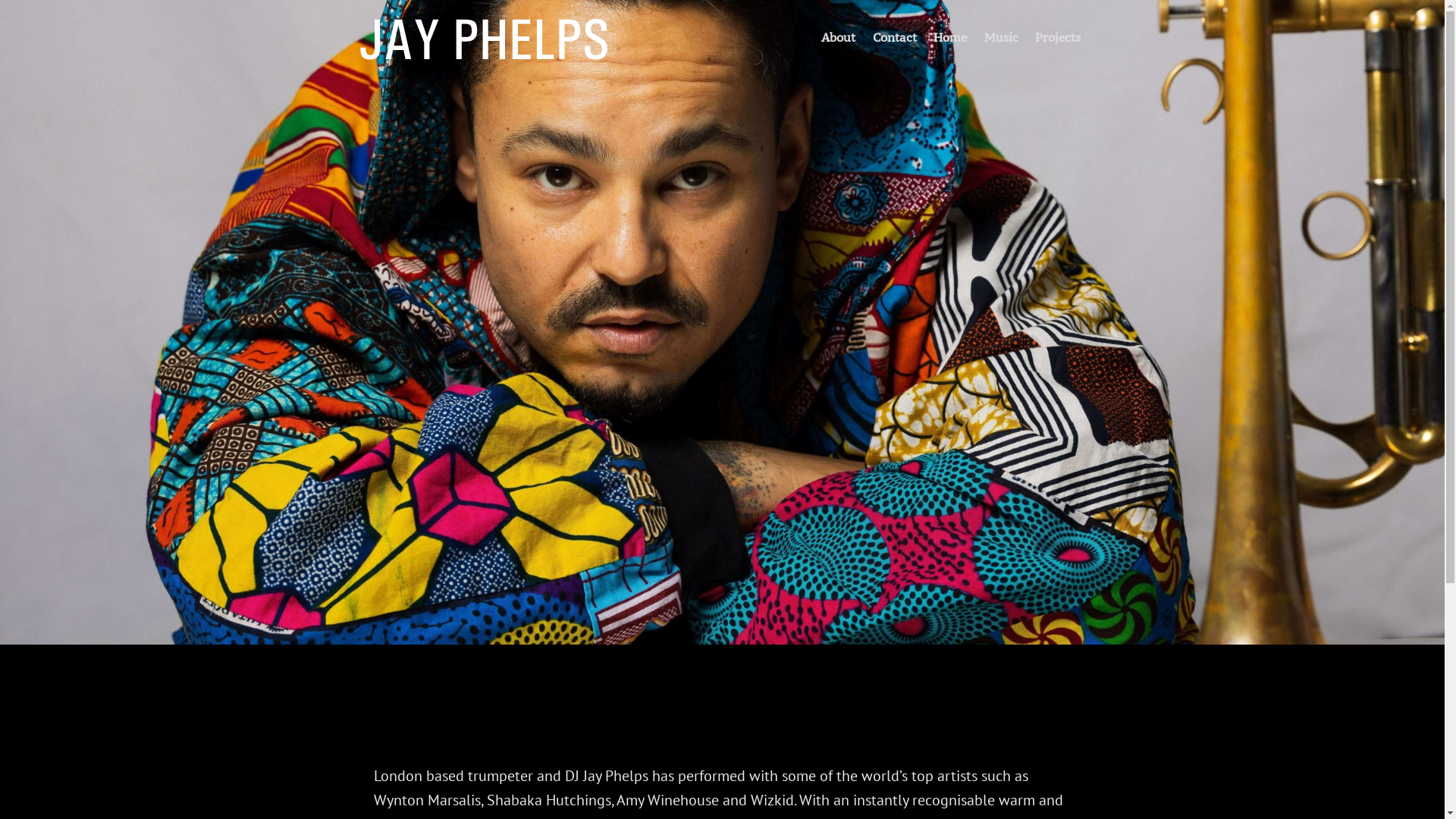 The height and width of the screenshot is (819, 1456). What do you see at coordinates (949, 35) in the screenshot?
I see `'Home'` at bounding box center [949, 35].